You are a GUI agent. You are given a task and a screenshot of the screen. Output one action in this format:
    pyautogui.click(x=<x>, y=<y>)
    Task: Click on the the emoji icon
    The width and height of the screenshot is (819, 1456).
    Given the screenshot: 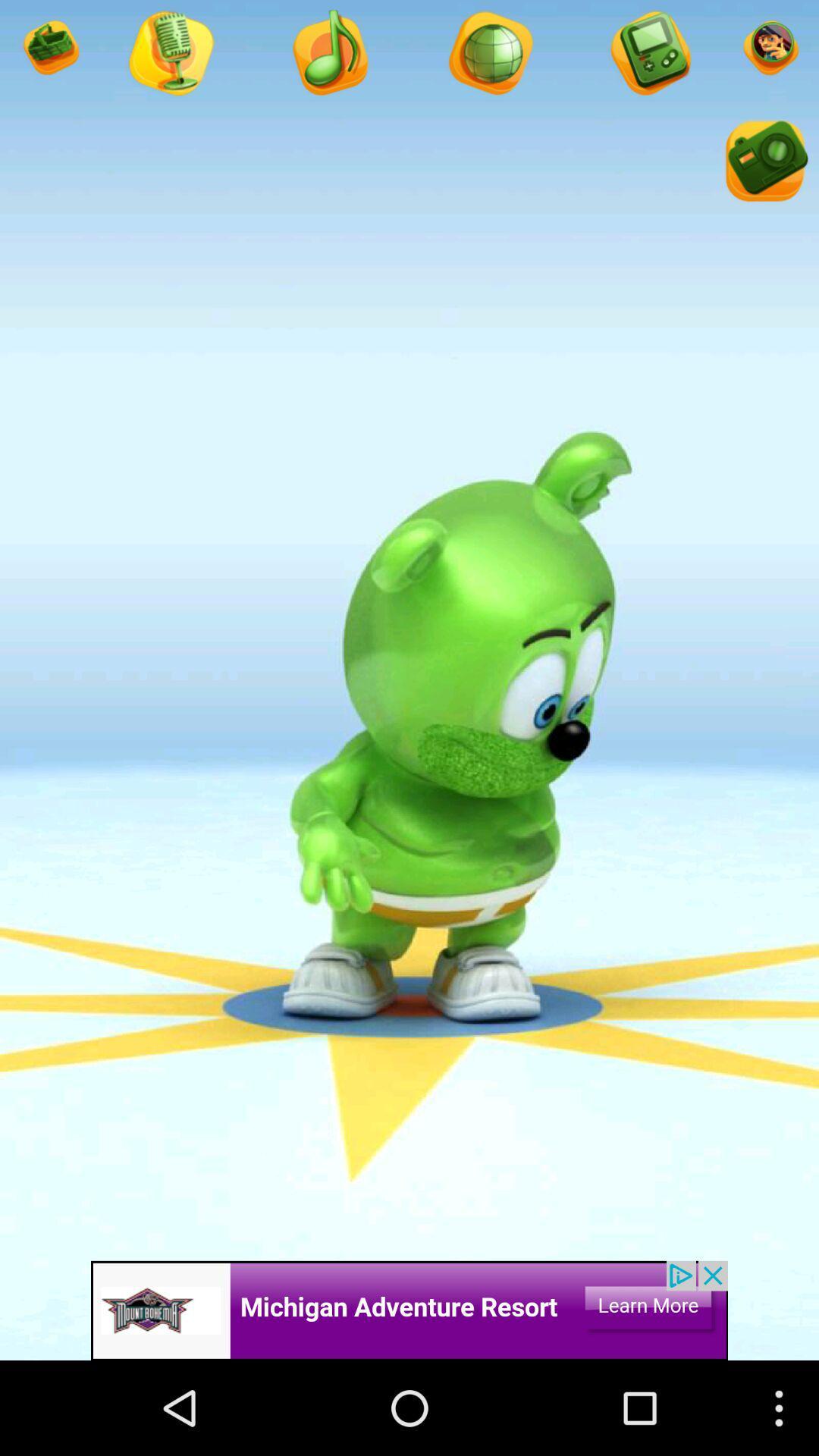 What is the action you would take?
    pyautogui.click(x=769, y=53)
    